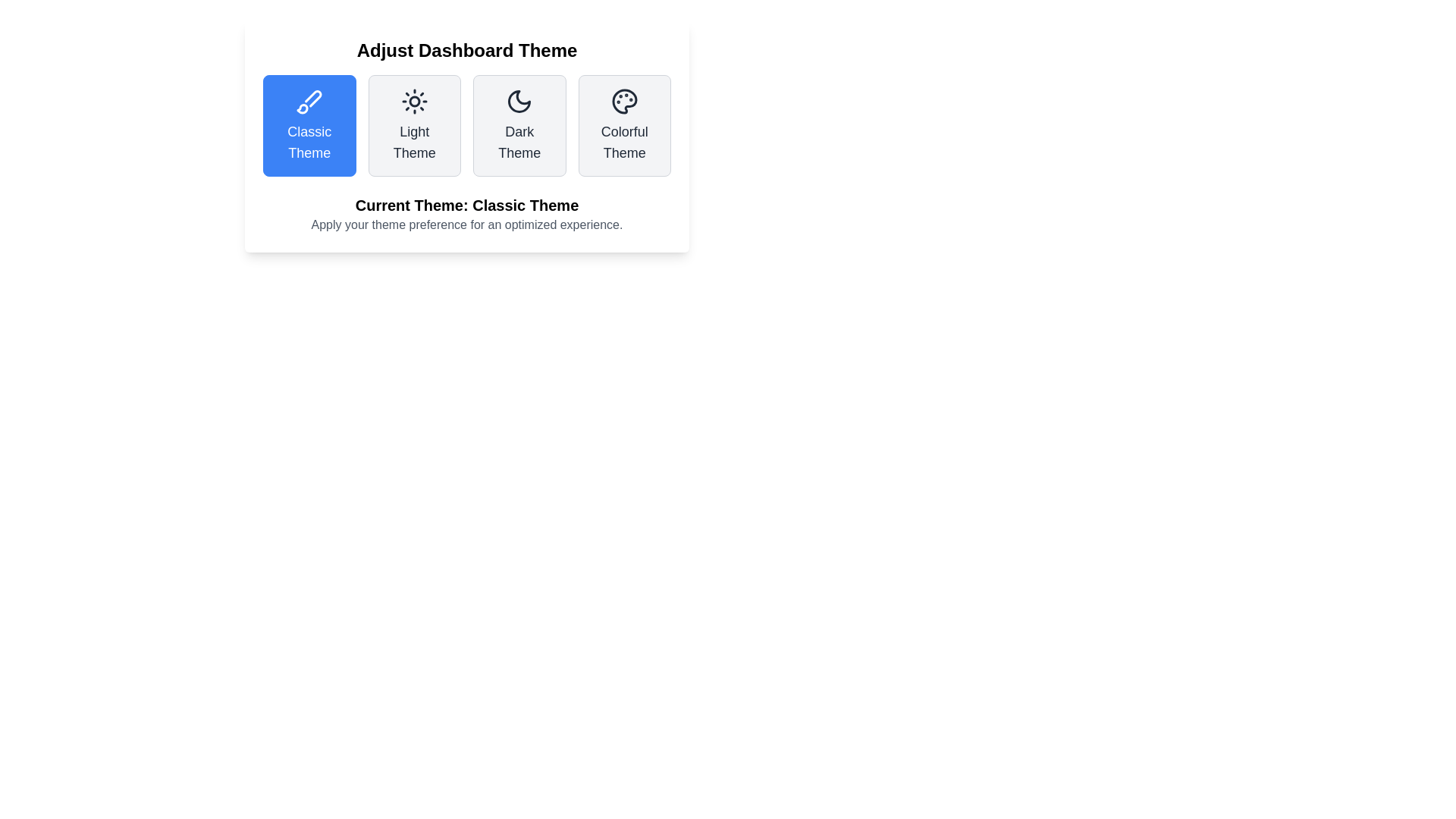 The image size is (1456, 819). Describe the element at coordinates (414, 143) in the screenshot. I see `the 'Light Theme' text label, which indicates the theme selection option in the user interface` at that location.